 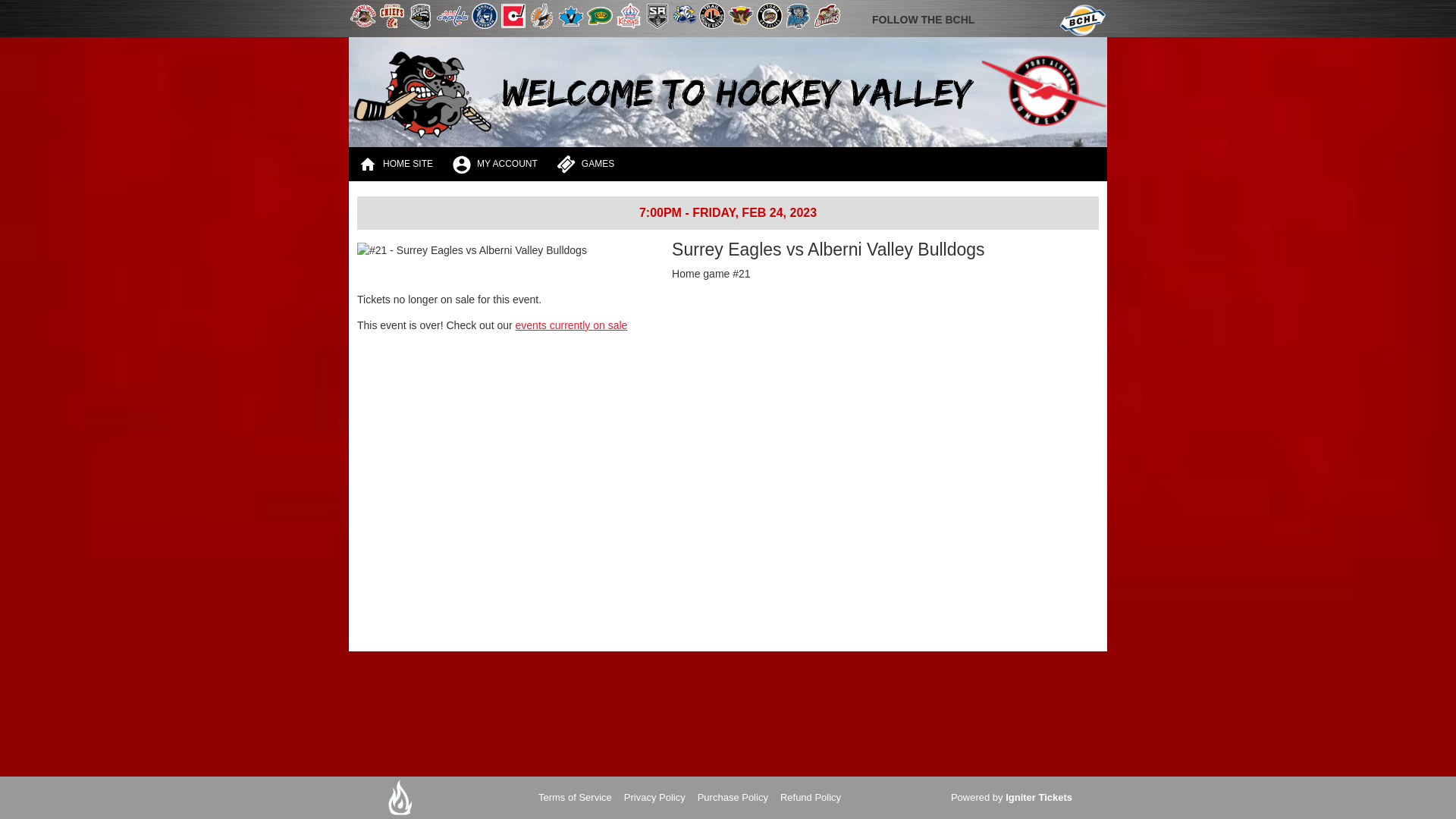 I want to click on 'Privacy Policy', so click(x=654, y=797).